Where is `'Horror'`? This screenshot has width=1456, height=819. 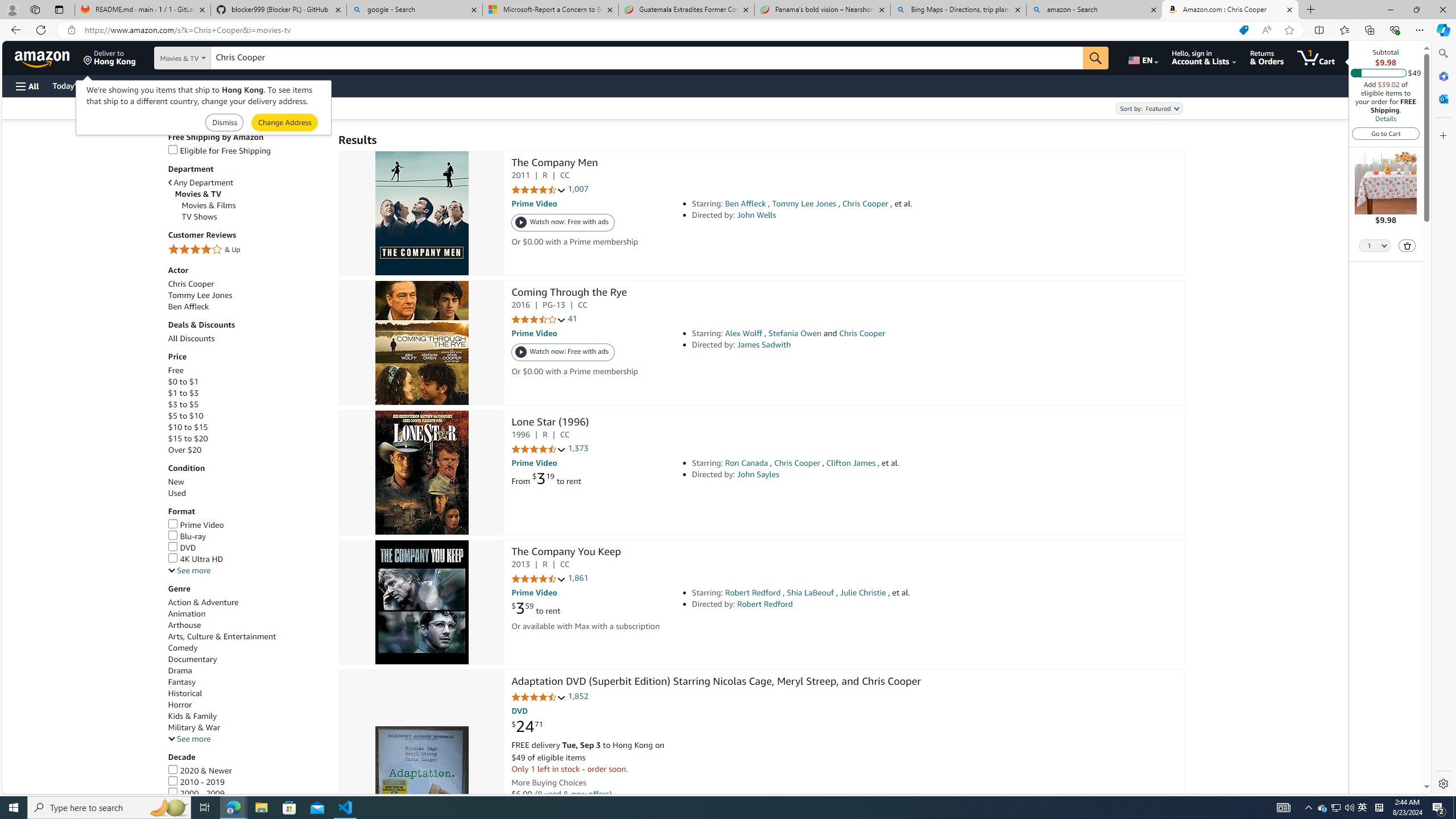 'Horror' is located at coordinates (179, 704).